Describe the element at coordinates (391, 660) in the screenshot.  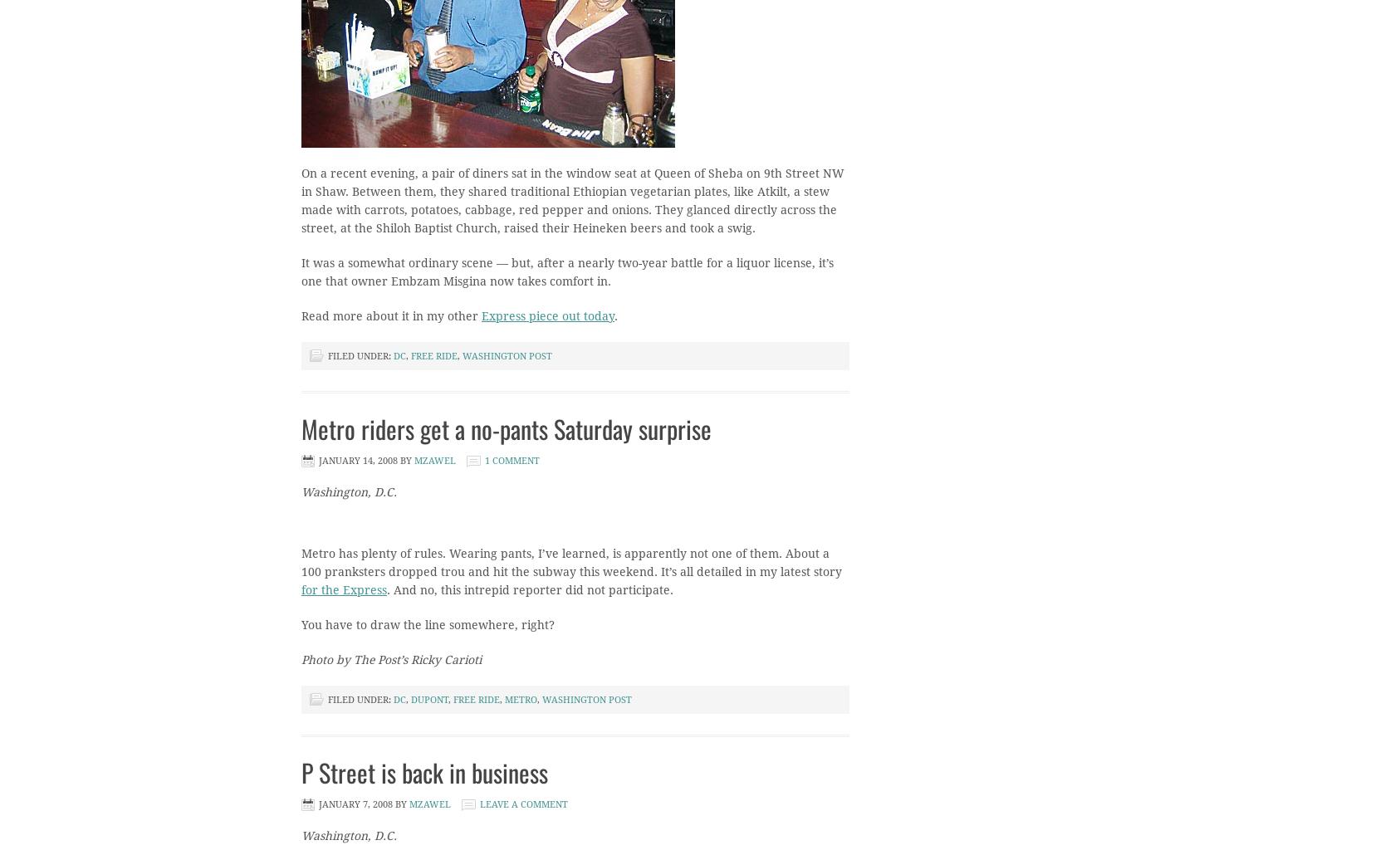
I see `'Photo by The Post’s Ricky Carioti'` at that location.